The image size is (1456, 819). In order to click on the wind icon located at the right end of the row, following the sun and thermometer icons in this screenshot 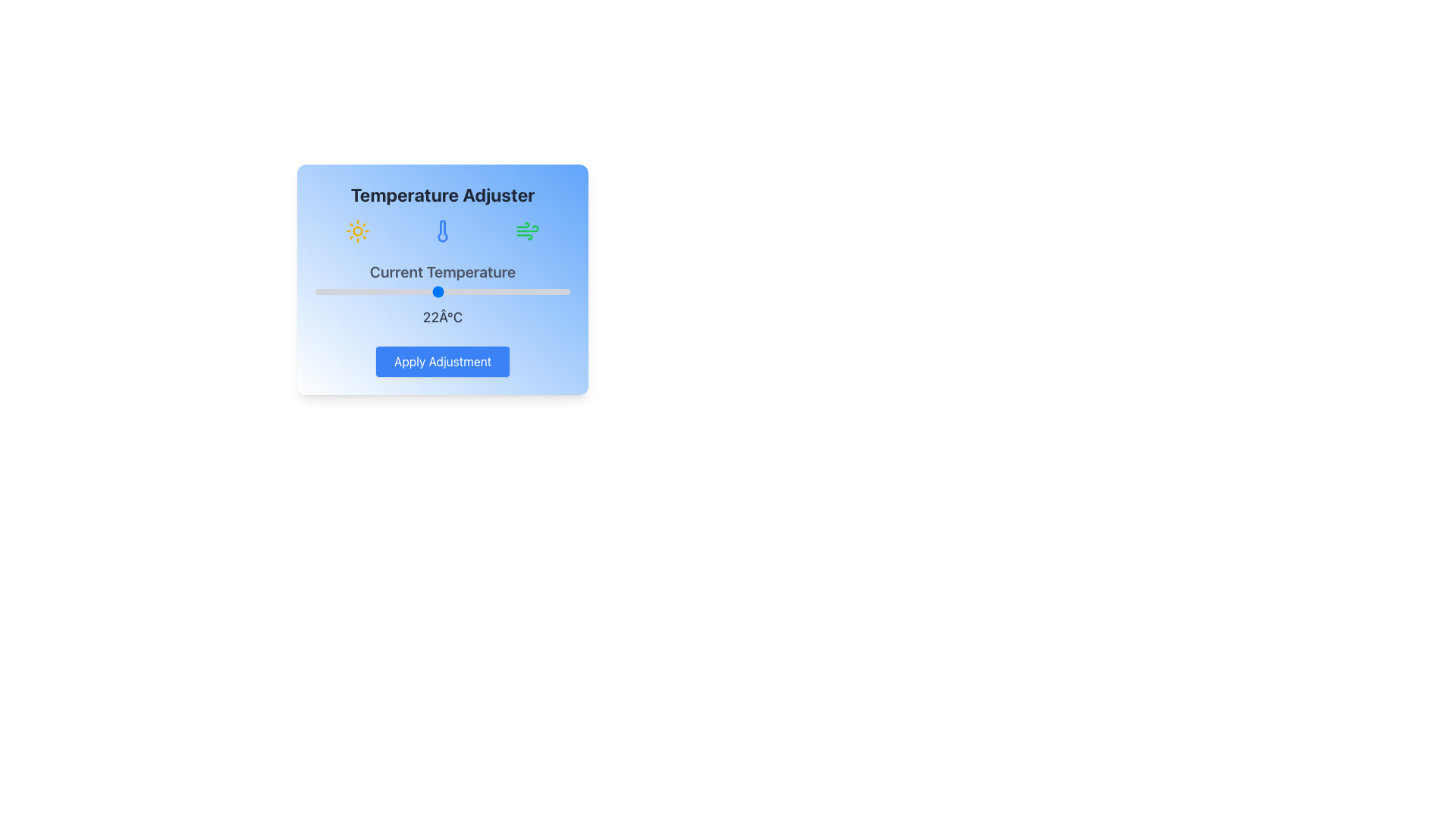, I will do `click(528, 231)`.